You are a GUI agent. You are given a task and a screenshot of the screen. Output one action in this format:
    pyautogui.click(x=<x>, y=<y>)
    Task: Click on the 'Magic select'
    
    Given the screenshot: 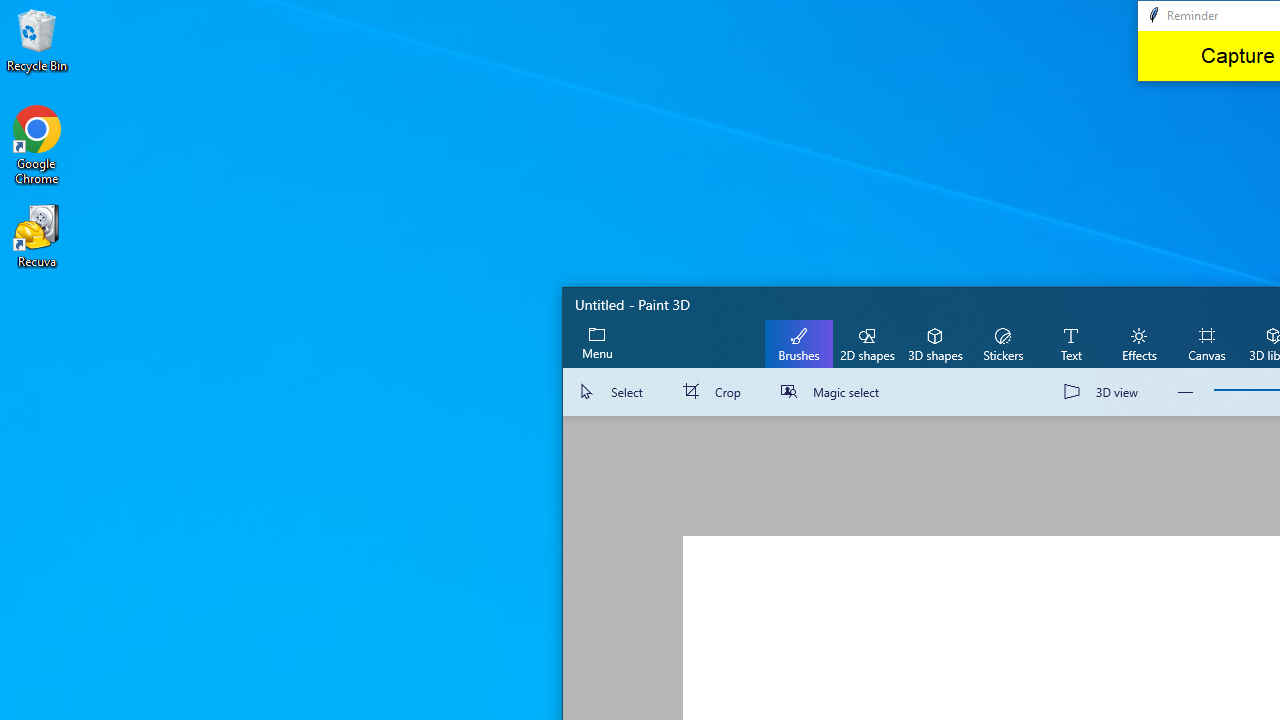 What is the action you would take?
    pyautogui.click(x=833, y=392)
    